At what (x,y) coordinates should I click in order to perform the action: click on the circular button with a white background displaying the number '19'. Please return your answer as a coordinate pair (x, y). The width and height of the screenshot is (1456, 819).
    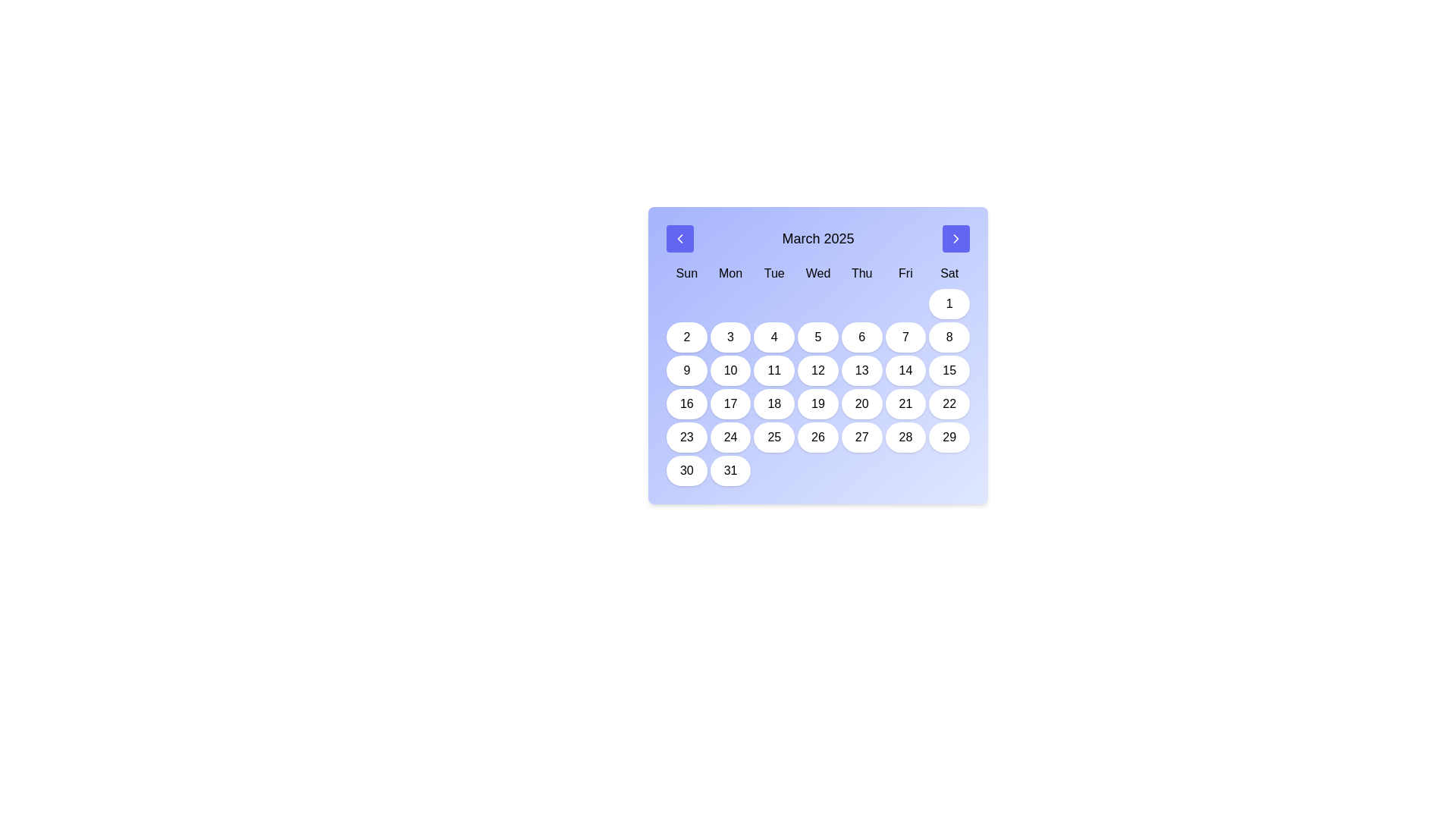
    Looking at the image, I should click on (817, 403).